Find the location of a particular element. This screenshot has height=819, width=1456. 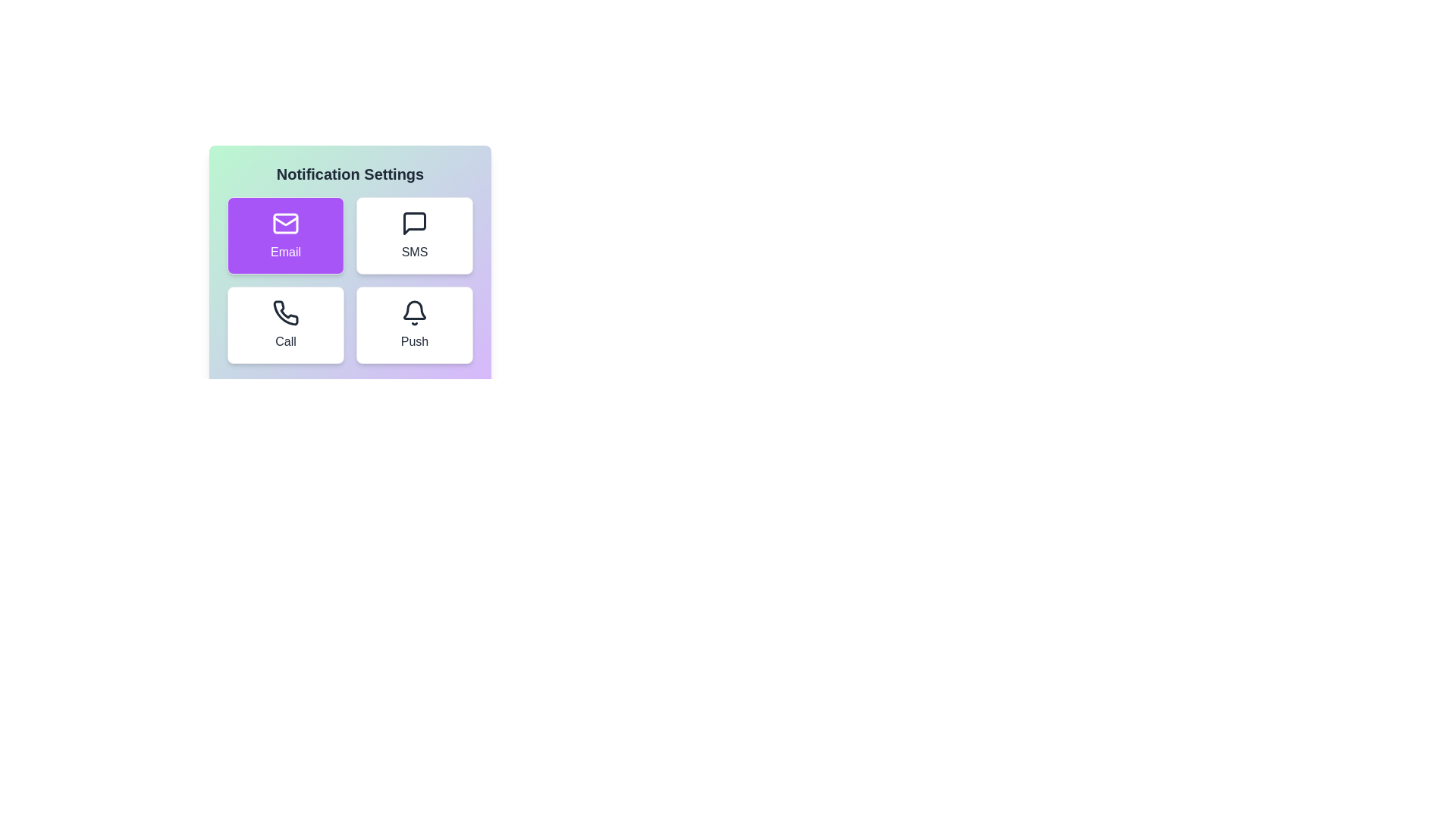

the notification method Push by clicking its corresponding button is located at coordinates (415, 324).